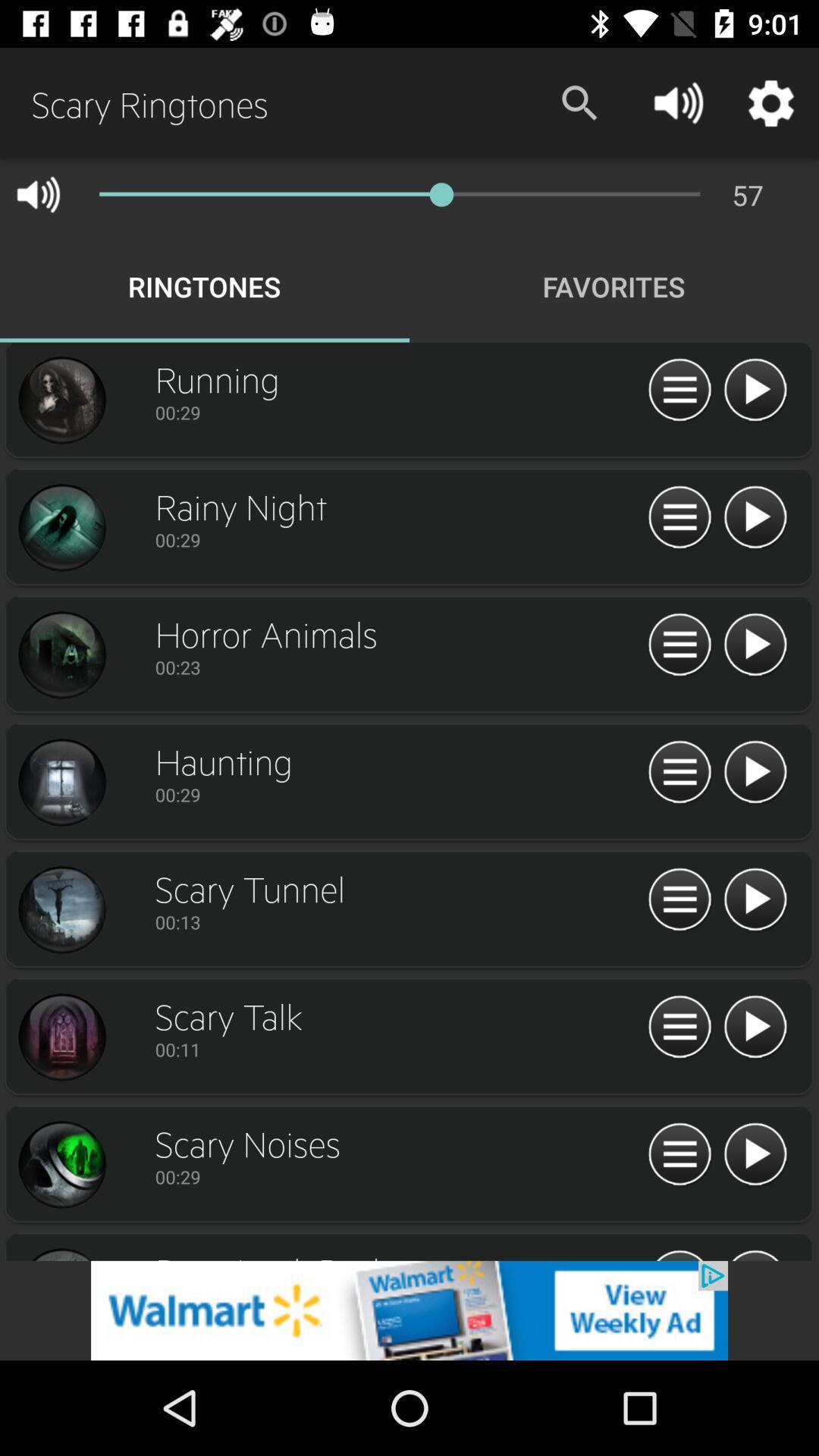 This screenshot has height=1456, width=819. Describe the element at coordinates (755, 1028) in the screenshot. I see `a playlist` at that location.